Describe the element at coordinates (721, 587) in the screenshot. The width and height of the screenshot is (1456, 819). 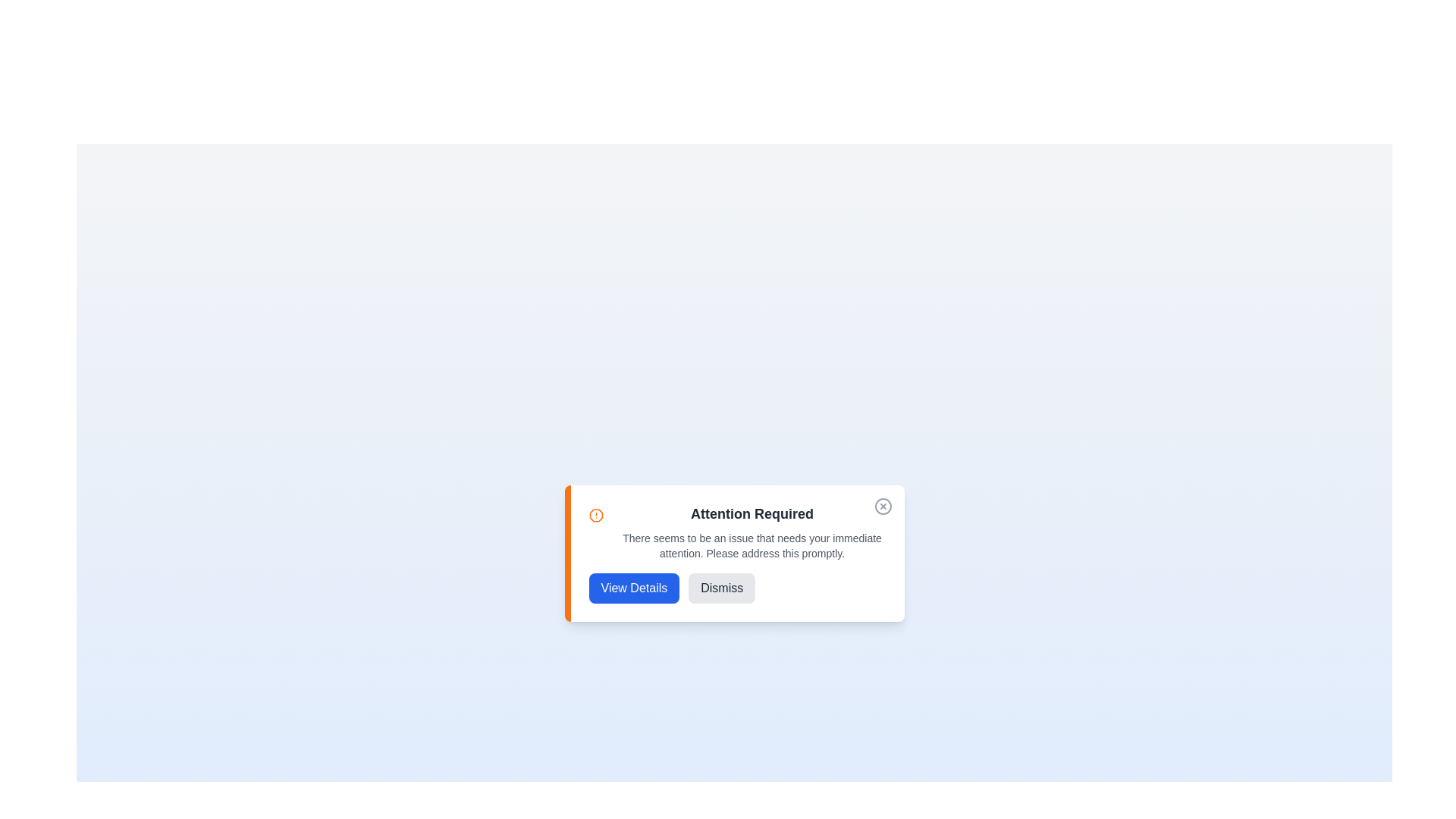
I see `the 'Dismiss' button to dismiss the alert` at that location.